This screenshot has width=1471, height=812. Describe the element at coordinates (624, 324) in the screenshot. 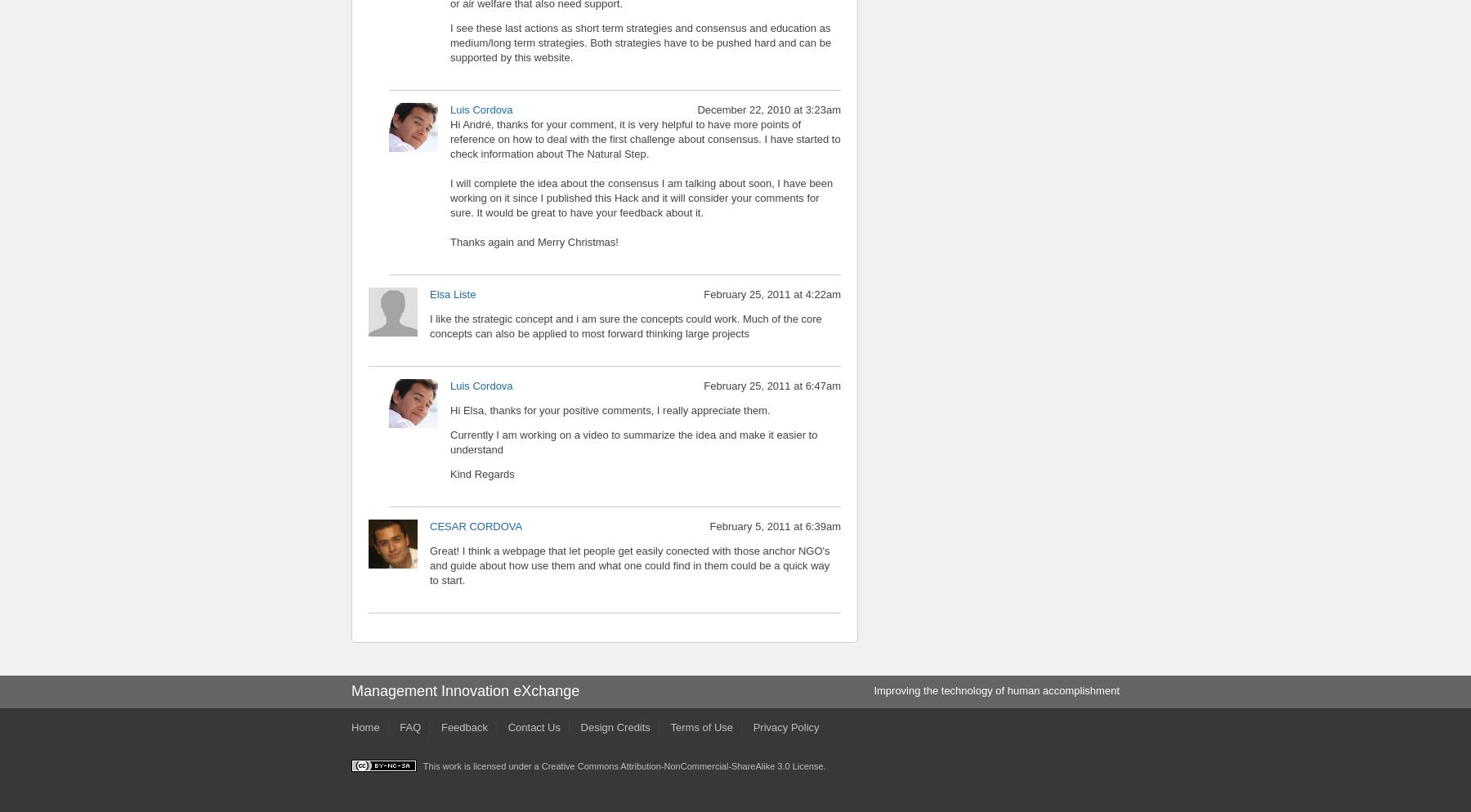

I see `'I like the strategic concept and i am sure the concepts could work. Much of the core concepts can also be applied to most forward thinking large projects'` at that location.